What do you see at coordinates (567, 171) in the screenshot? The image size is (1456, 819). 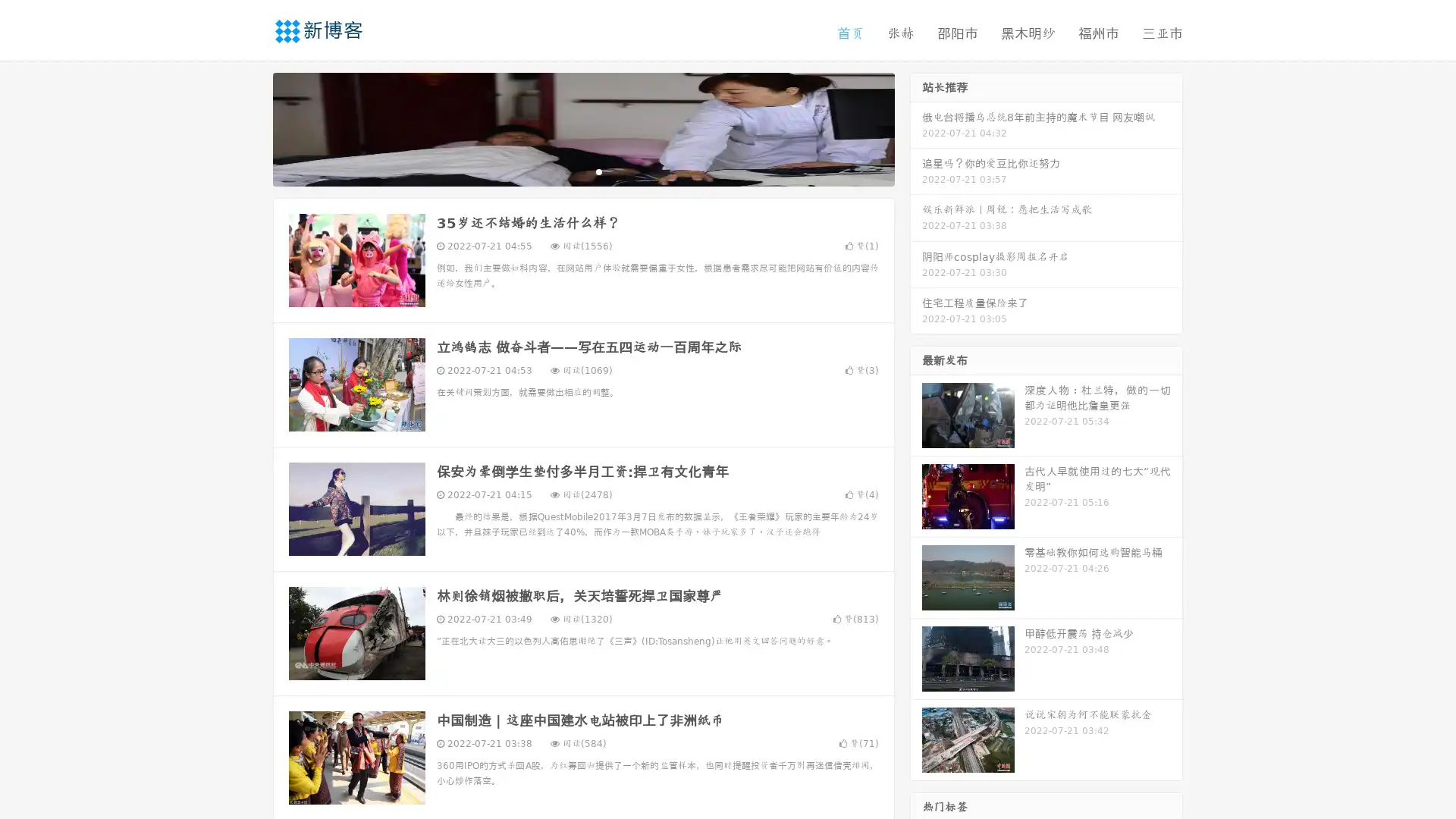 I see `Go to slide 1` at bounding box center [567, 171].